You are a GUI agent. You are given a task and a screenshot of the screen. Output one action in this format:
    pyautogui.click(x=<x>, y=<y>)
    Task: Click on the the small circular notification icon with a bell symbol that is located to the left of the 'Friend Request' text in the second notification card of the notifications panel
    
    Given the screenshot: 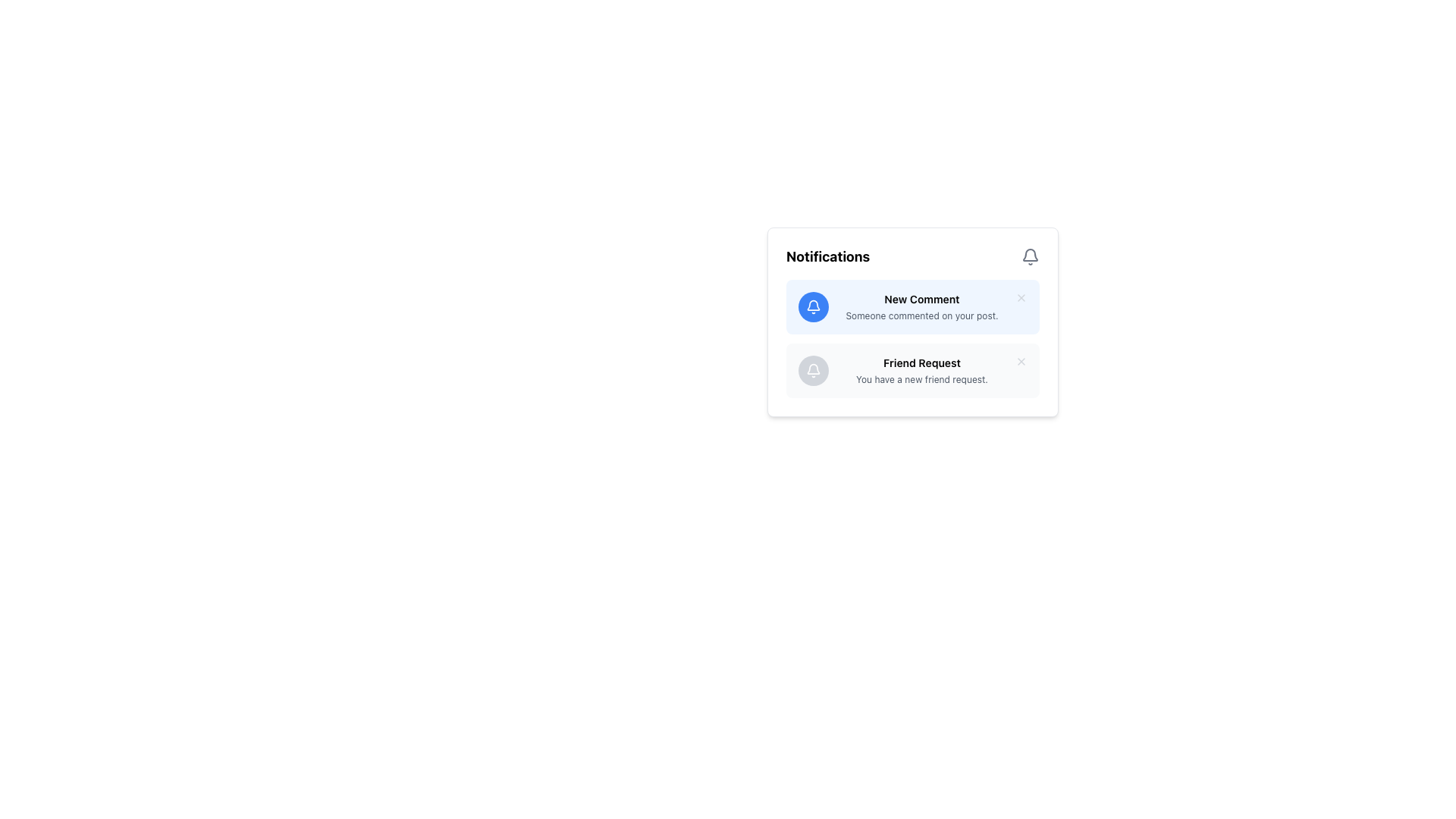 What is the action you would take?
    pyautogui.click(x=813, y=371)
    